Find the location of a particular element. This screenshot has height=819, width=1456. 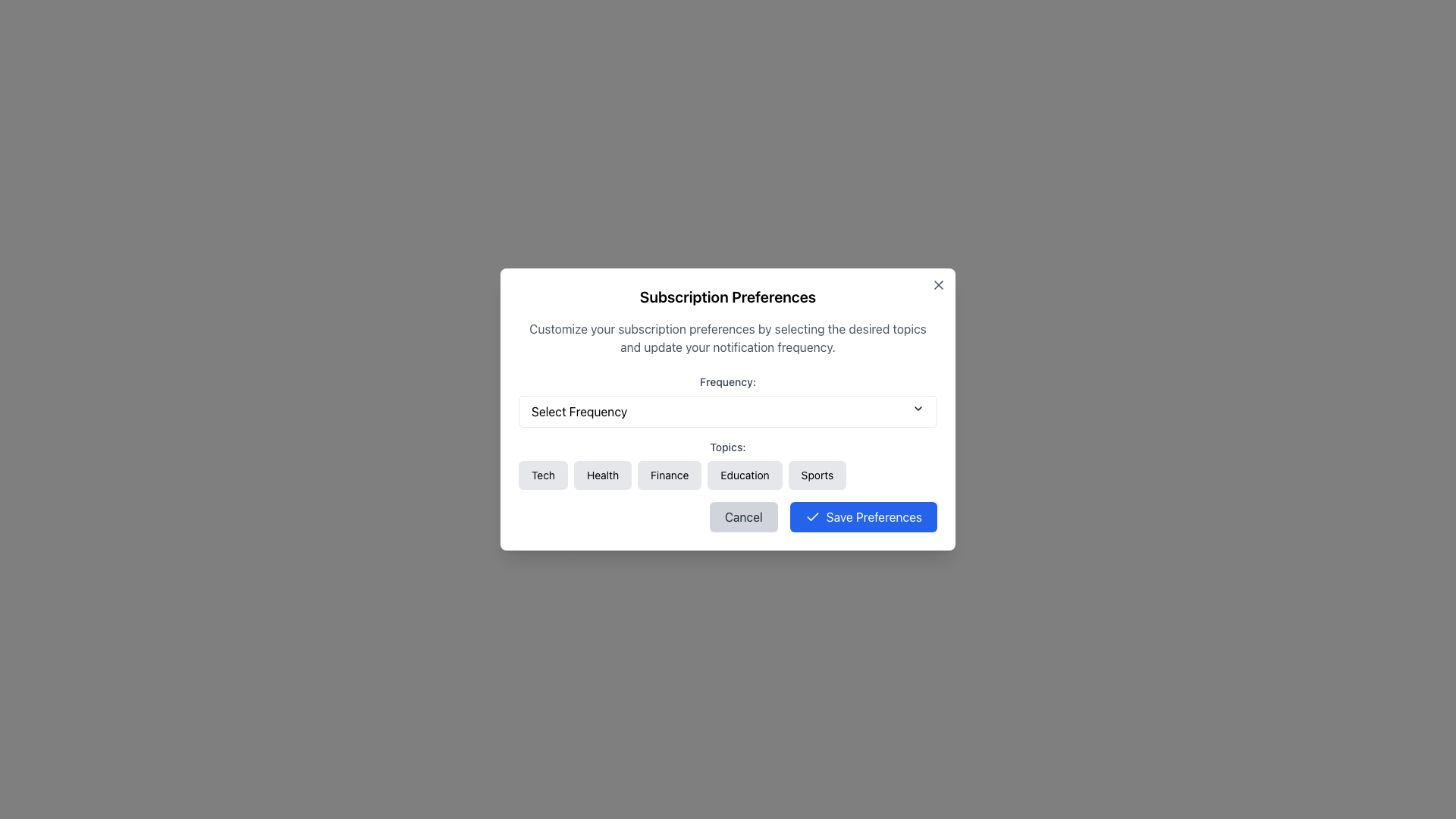

a button in the Button Group is located at coordinates (728, 475).